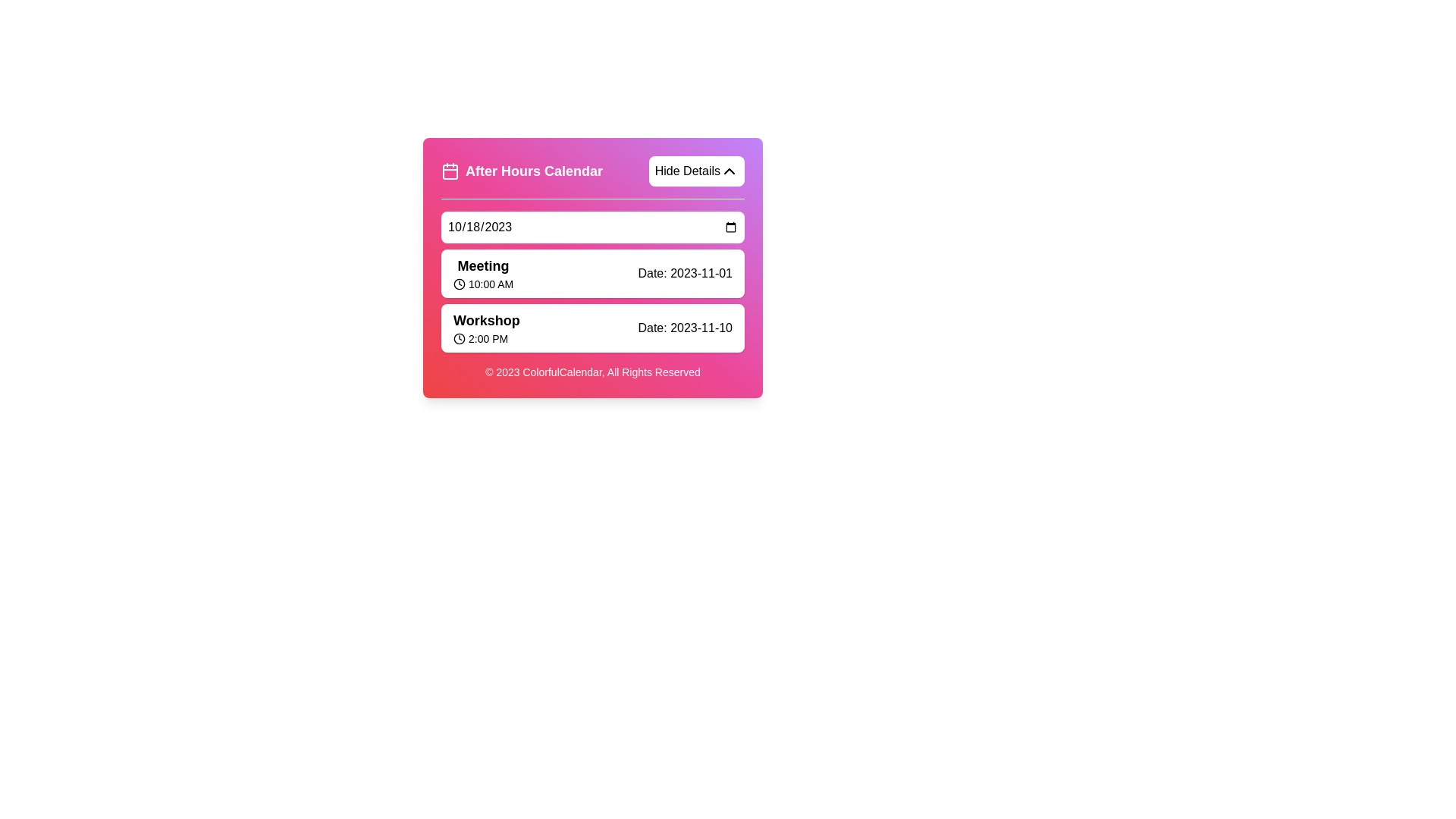 Image resolution: width=1456 pixels, height=819 pixels. I want to click on text label displaying 'Date: 2023-11-10' located at the bottom-right corner of the 'Workshop' entry, adjacent to the '2:00 PM' time text, so click(684, 327).